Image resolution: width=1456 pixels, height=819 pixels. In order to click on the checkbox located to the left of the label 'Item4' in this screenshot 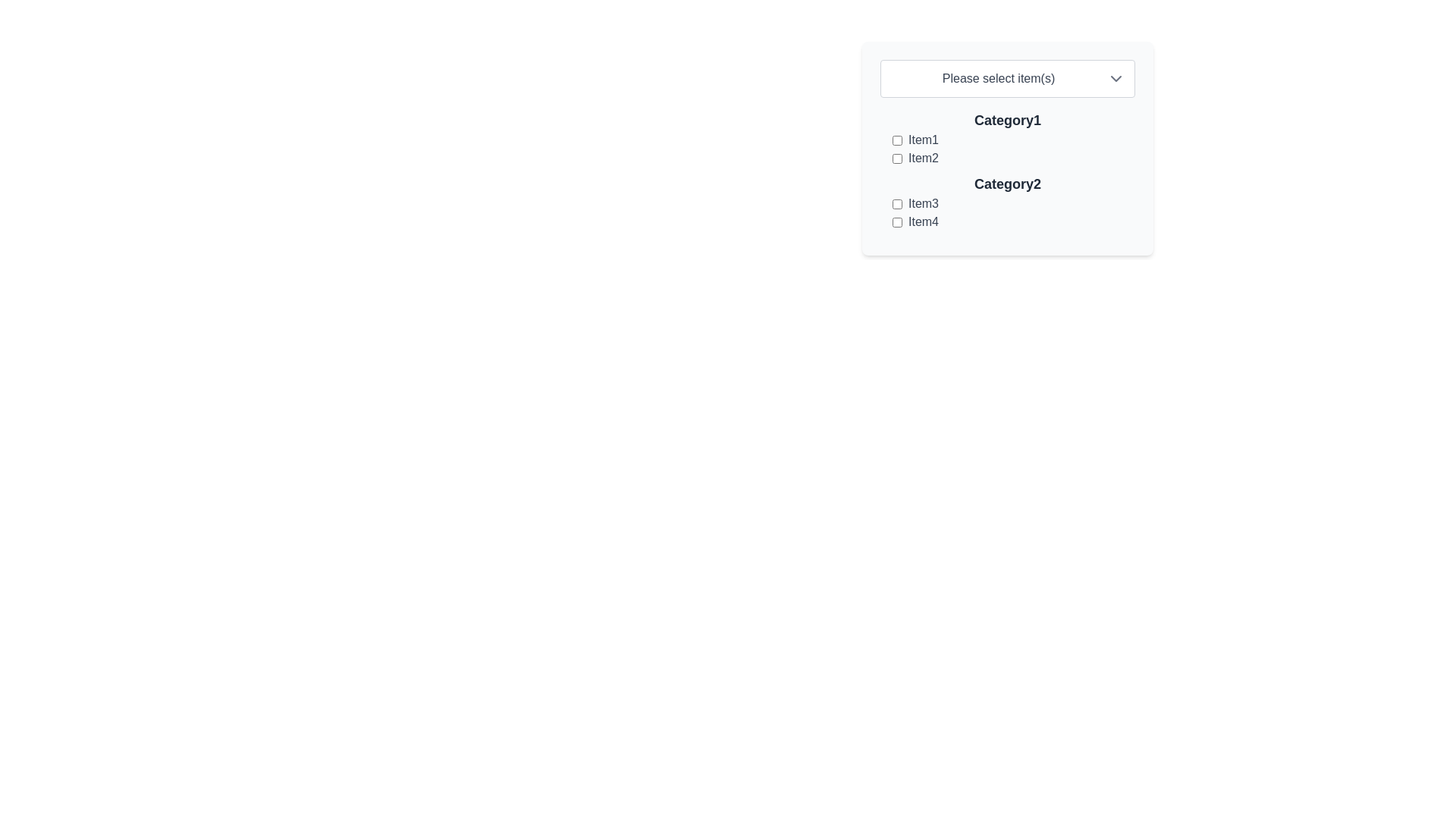, I will do `click(897, 222)`.